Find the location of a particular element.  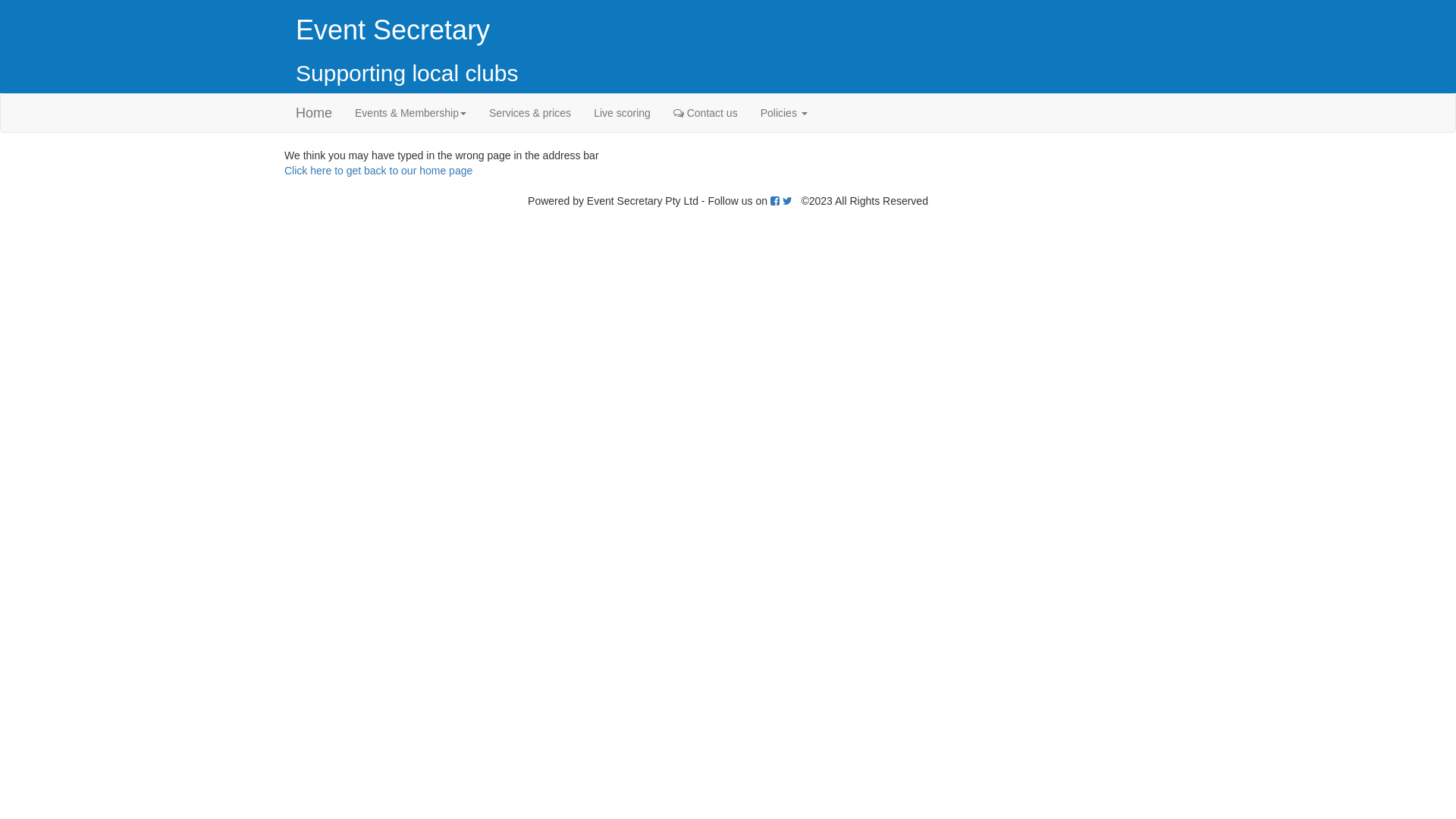

'Home' is located at coordinates (312, 112).